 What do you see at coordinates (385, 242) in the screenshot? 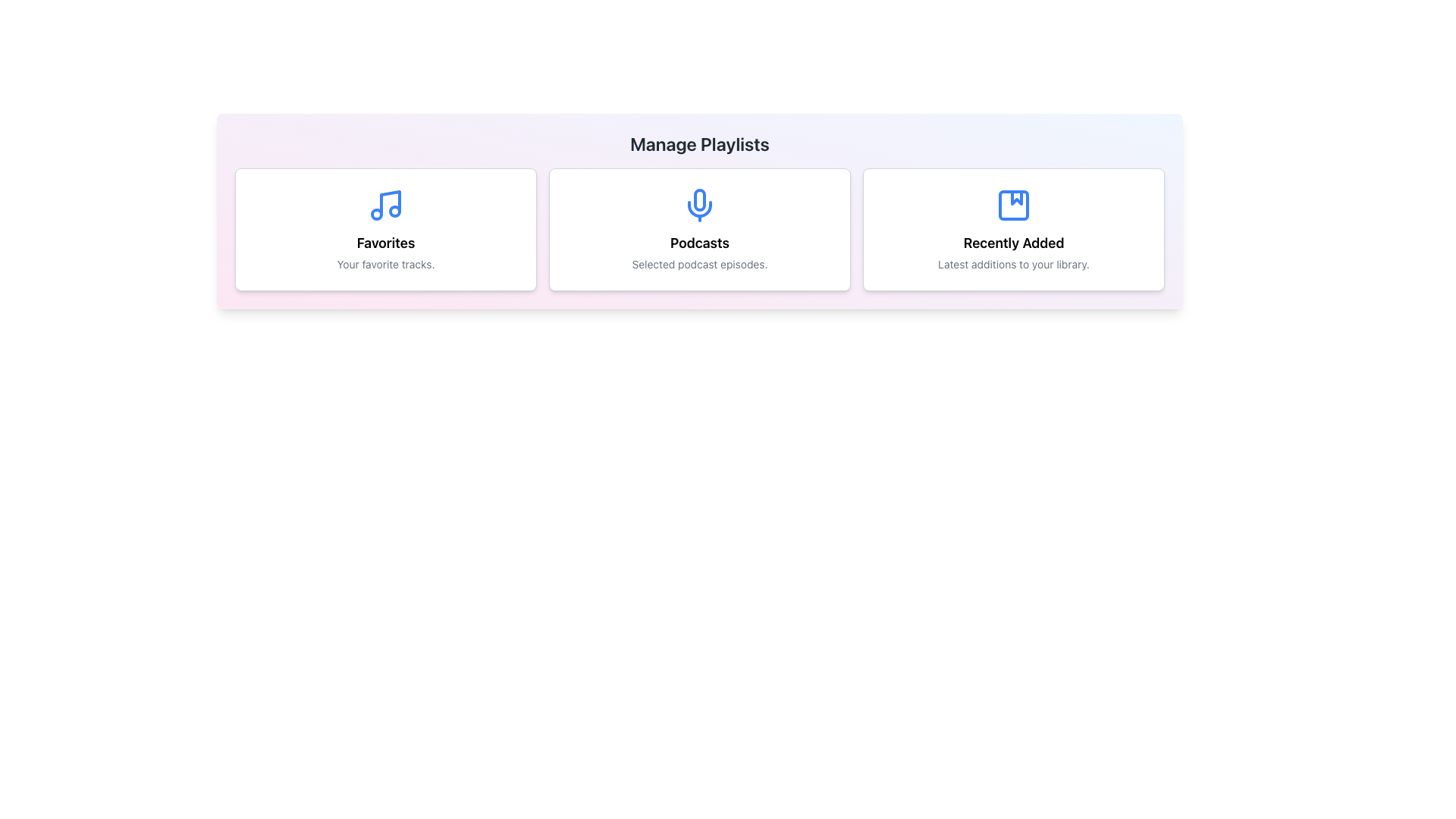
I see `information from the text label that reads 'Favorites', which is styled in bold and slightly larger text, positioned under a musical note icon within a rectangular card` at bounding box center [385, 242].